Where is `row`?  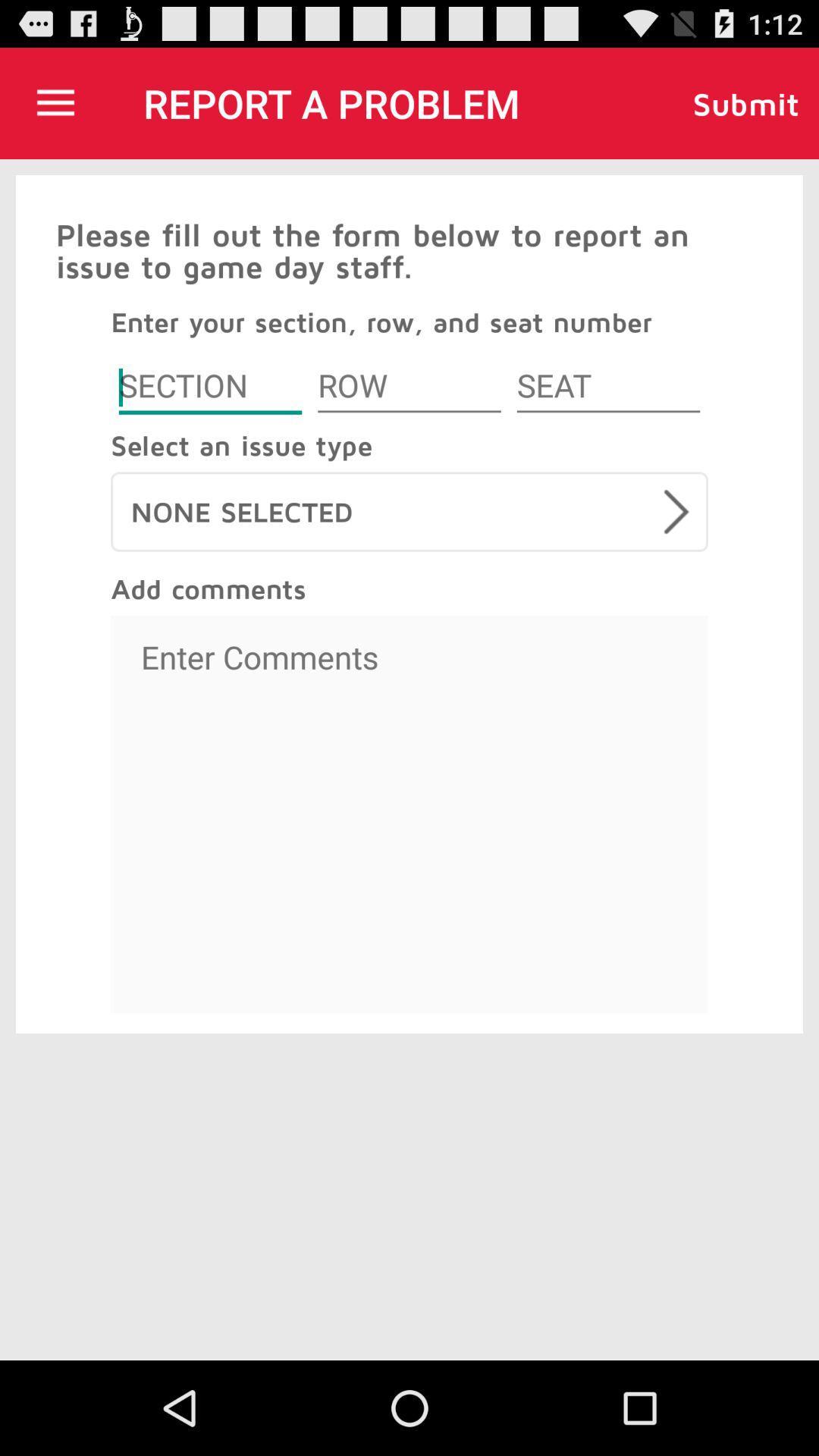
row is located at coordinates (409, 388).